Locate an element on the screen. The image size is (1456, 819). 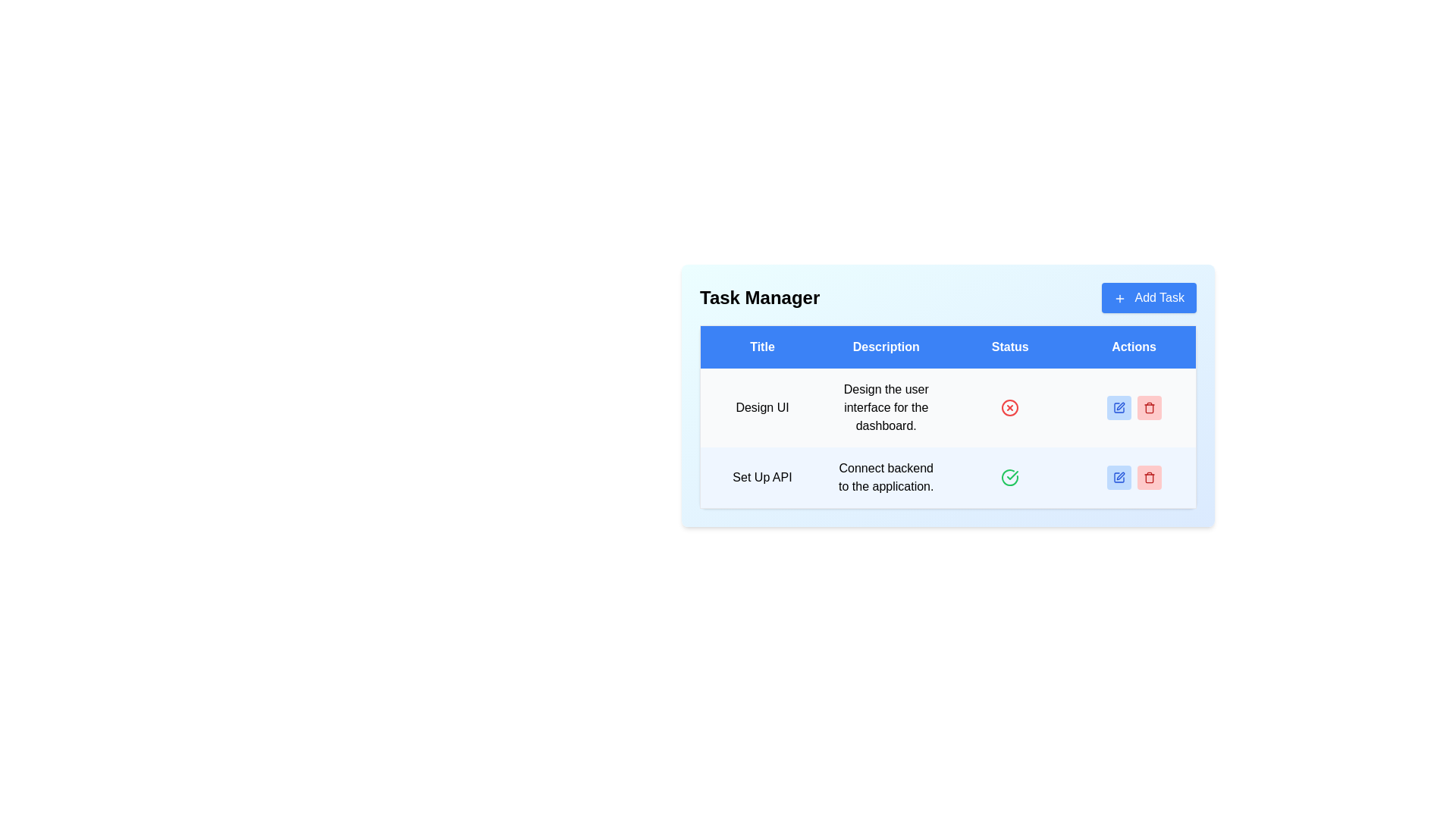
the red circular icon with a cross inside, located in the 'Status' column of the first row in the task list under 'Task Manager', which aligns with the task titled 'Design UI' is located at coordinates (1010, 407).